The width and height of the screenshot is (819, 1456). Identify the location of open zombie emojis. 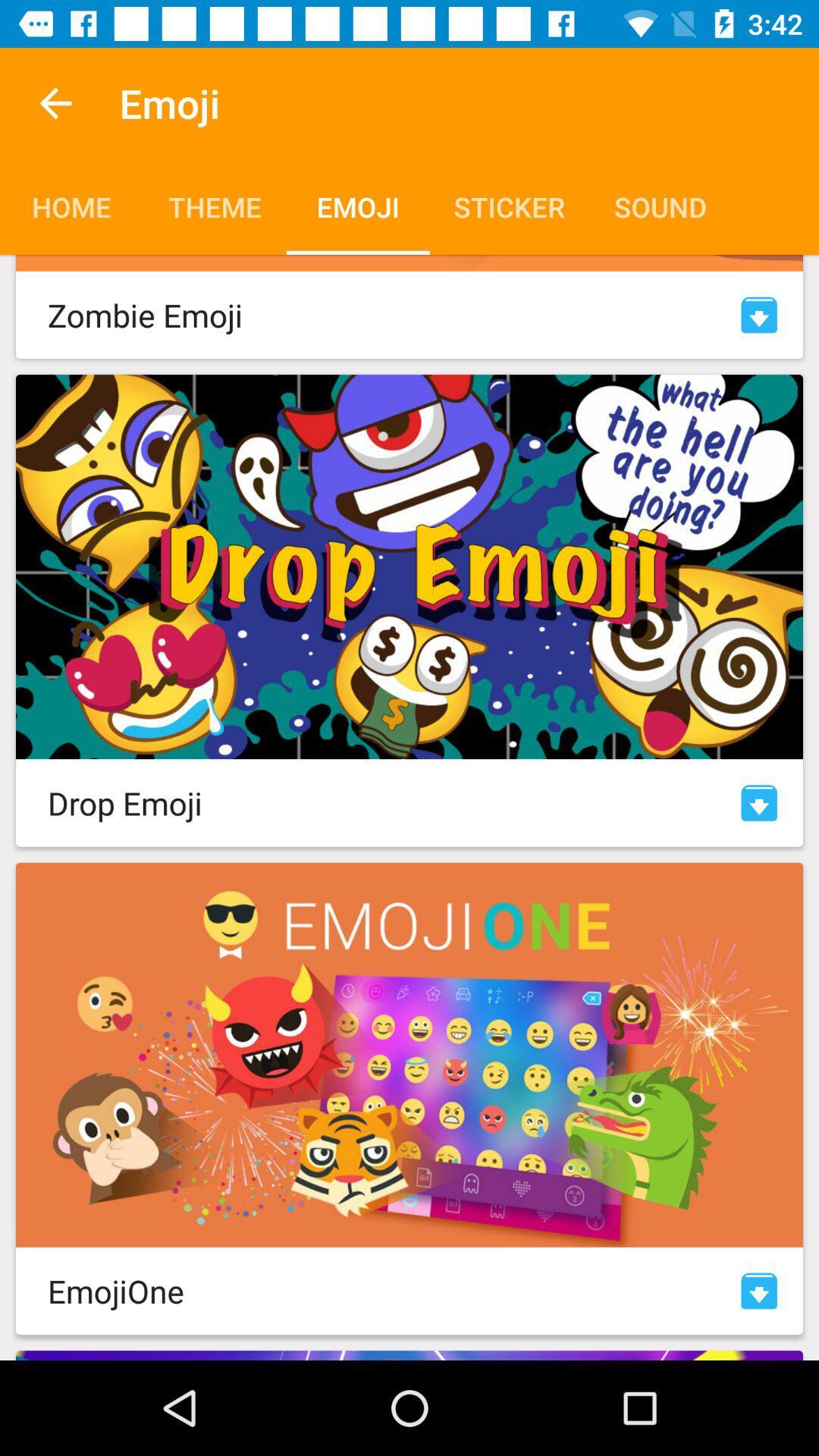
(759, 314).